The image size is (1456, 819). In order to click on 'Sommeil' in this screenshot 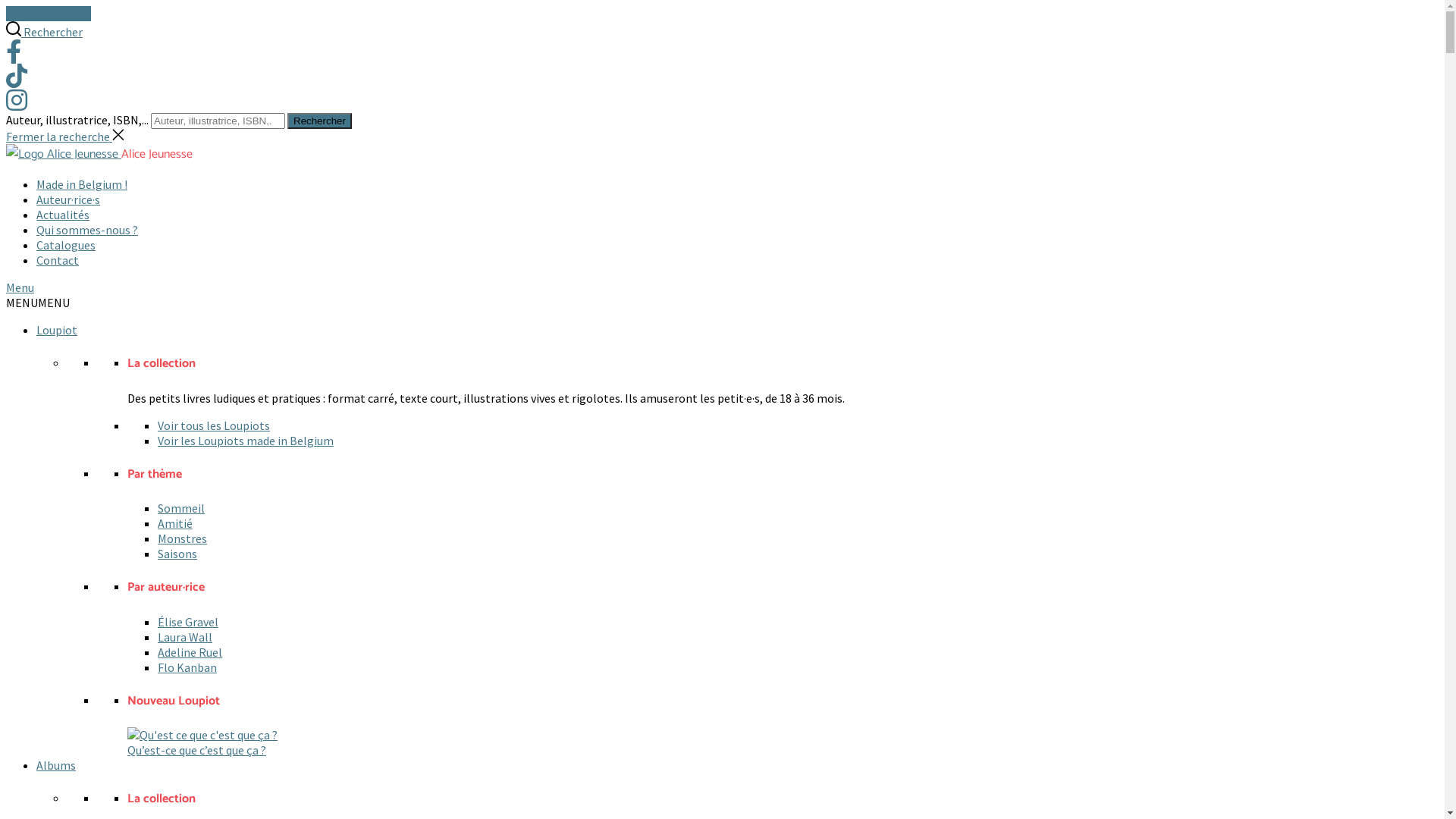, I will do `click(181, 508)`.